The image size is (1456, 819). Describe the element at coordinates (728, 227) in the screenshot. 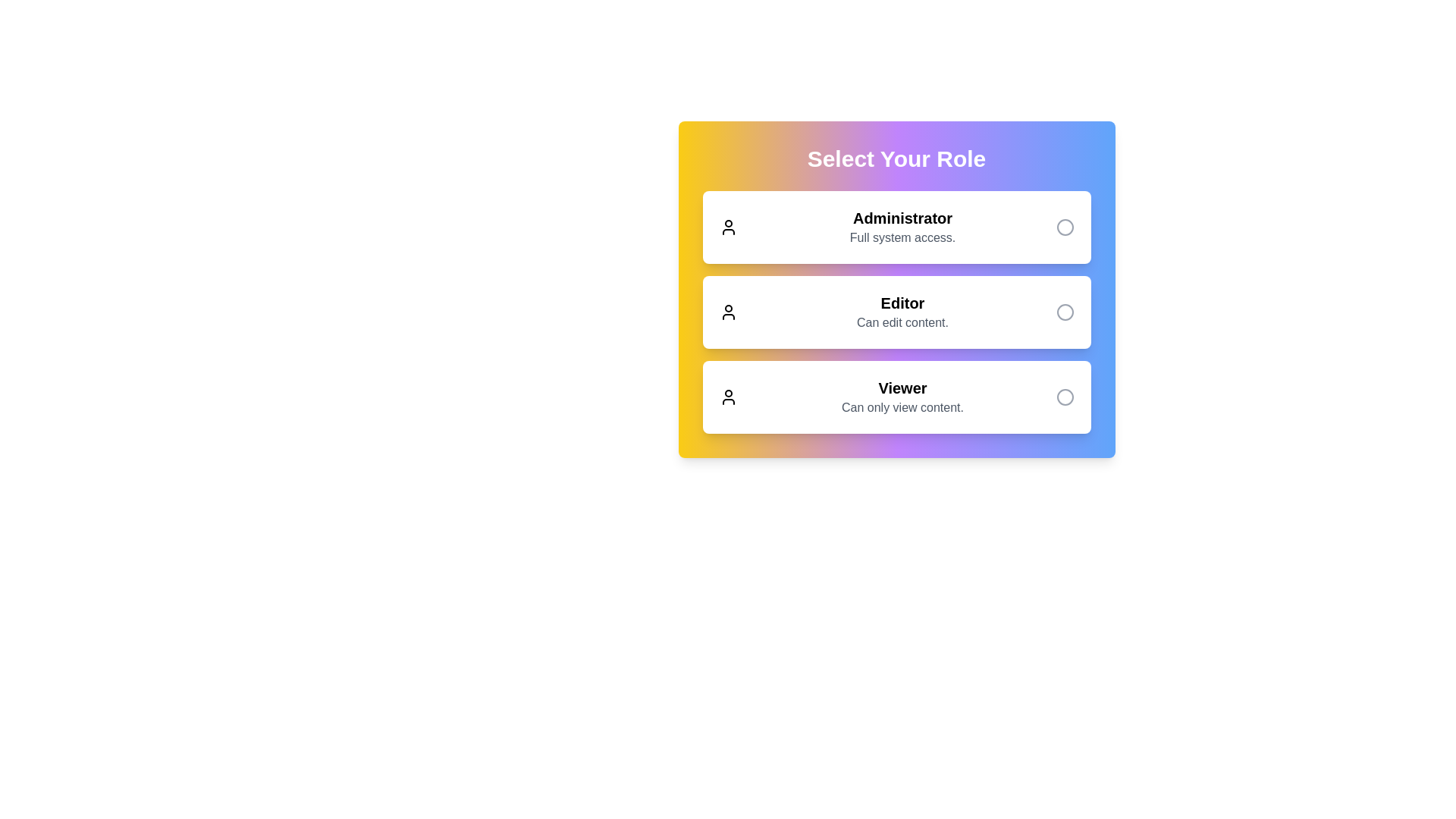

I see `the Administrator role icon, which is a monochrome user figure icon located to the left of the text in the 'Select Your Role' section` at that location.